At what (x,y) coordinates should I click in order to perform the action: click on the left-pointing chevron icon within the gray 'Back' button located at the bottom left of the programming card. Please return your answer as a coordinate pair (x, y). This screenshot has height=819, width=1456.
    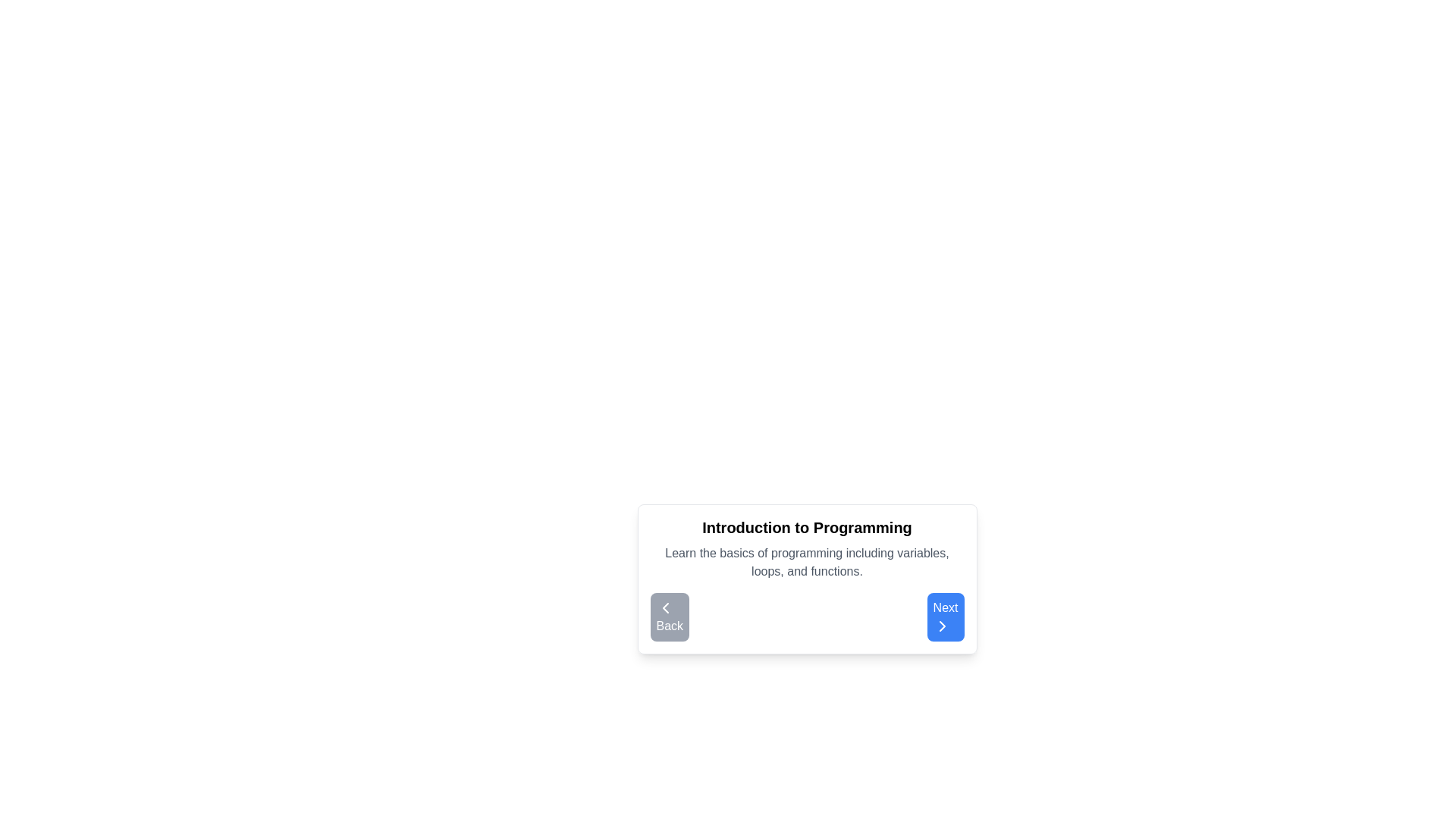
    Looking at the image, I should click on (665, 607).